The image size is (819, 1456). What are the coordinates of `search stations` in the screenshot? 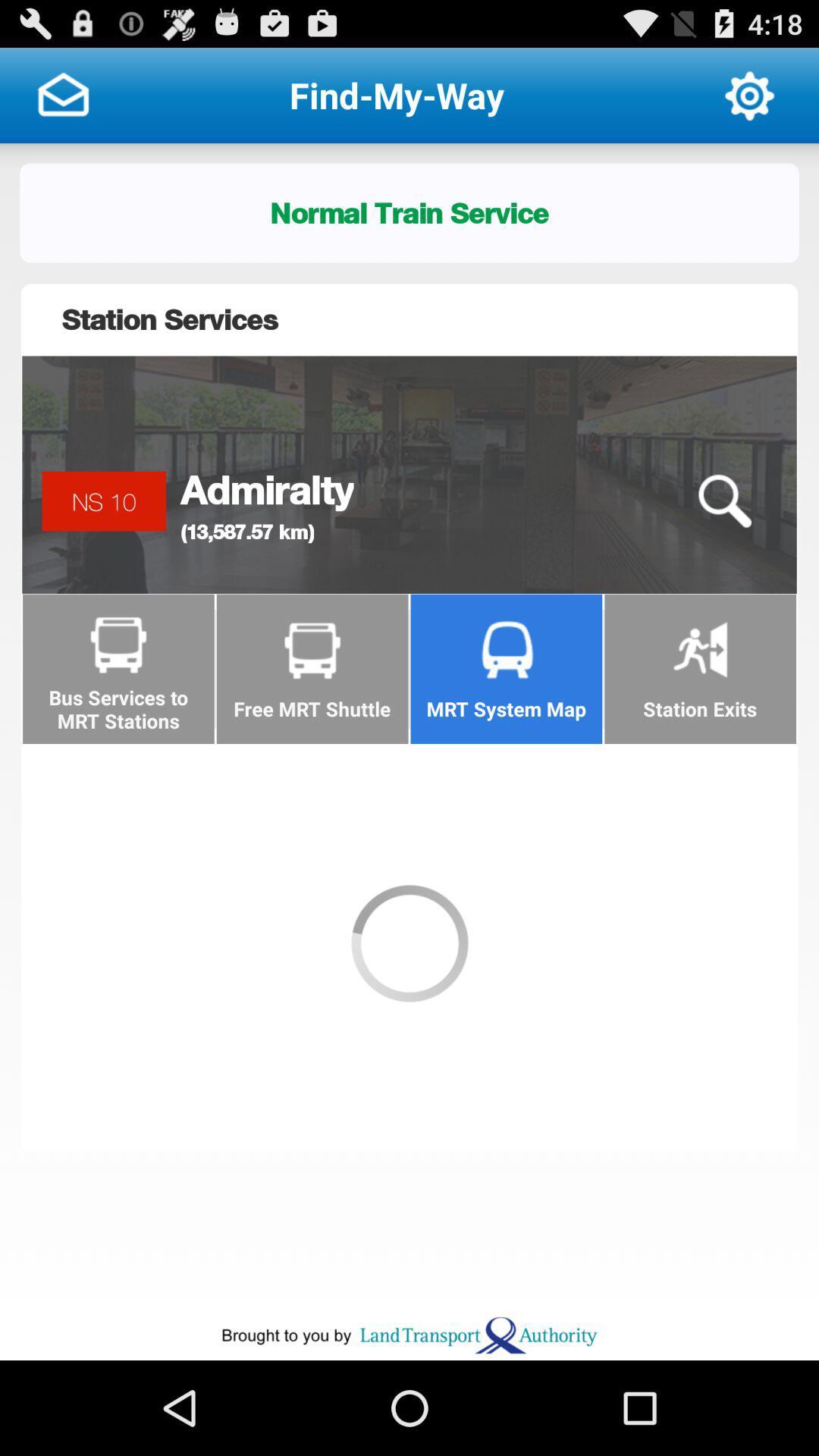 It's located at (723, 501).